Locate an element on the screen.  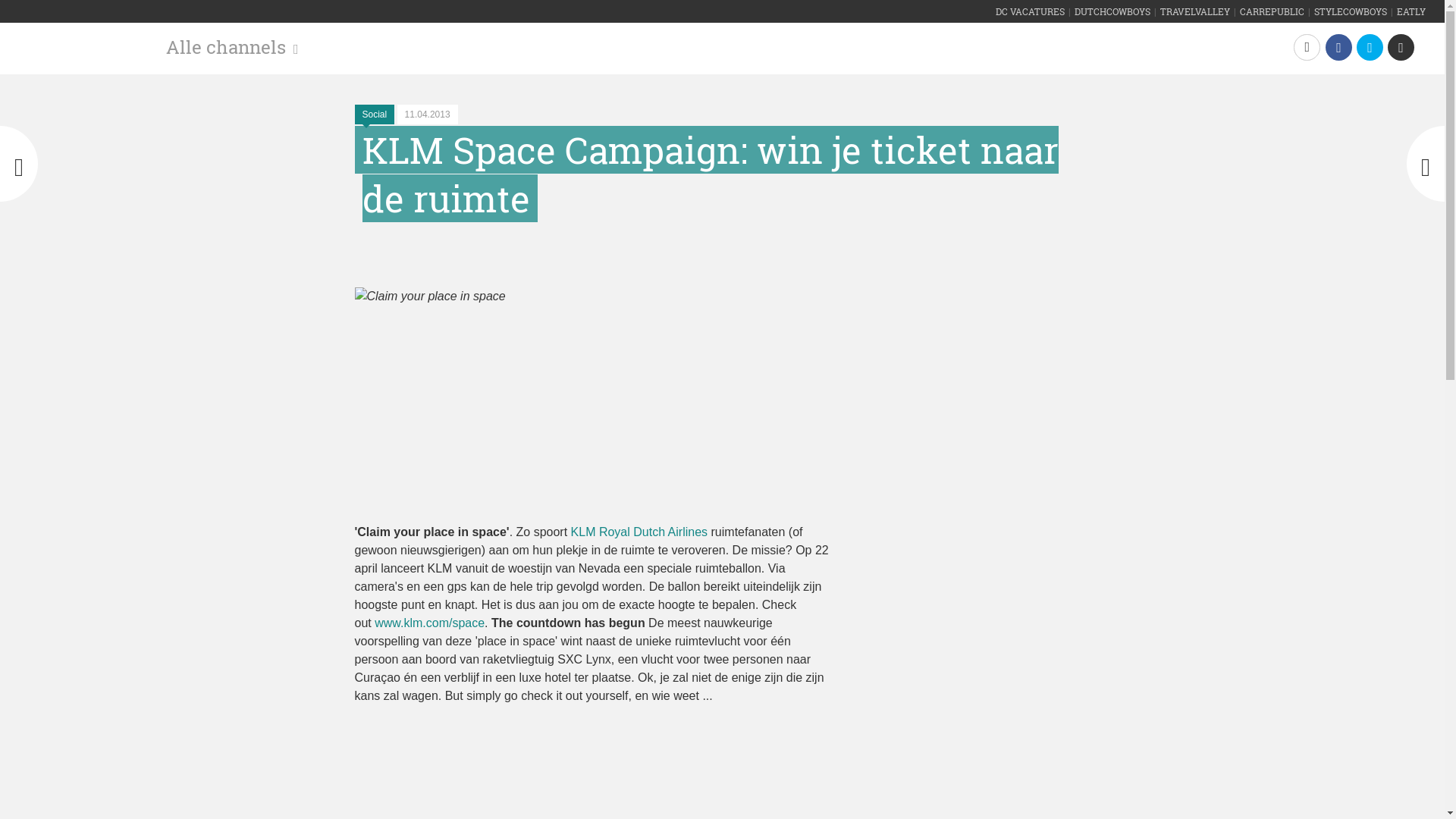
'Twitter' is located at coordinates (1370, 46).